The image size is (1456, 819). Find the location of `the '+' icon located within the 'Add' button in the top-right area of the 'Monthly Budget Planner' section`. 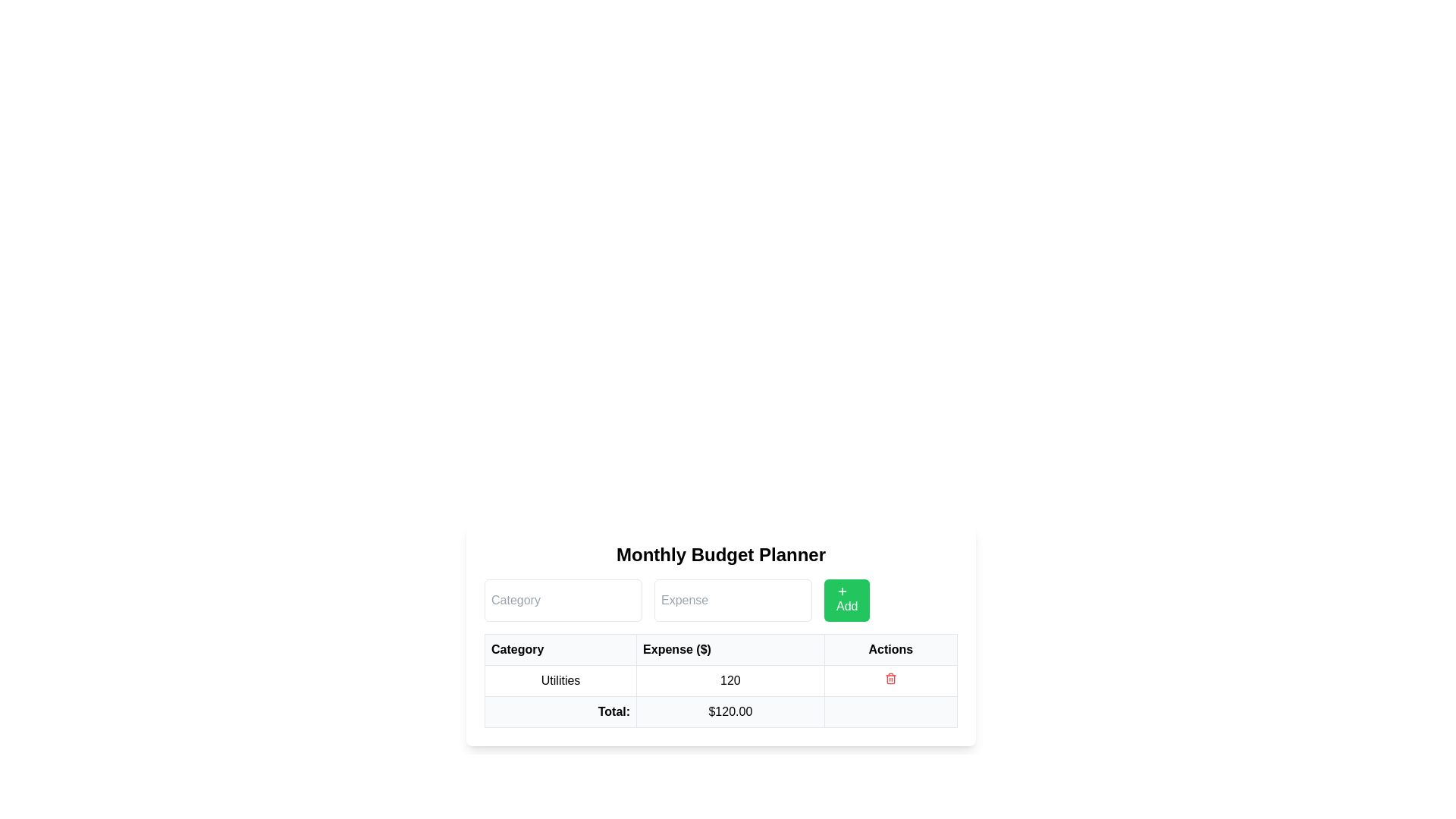

the '+' icon located within the 'Add' button in the top-right area of the 'Monthly Budget Planner' section is located at coordinates (841, 590).